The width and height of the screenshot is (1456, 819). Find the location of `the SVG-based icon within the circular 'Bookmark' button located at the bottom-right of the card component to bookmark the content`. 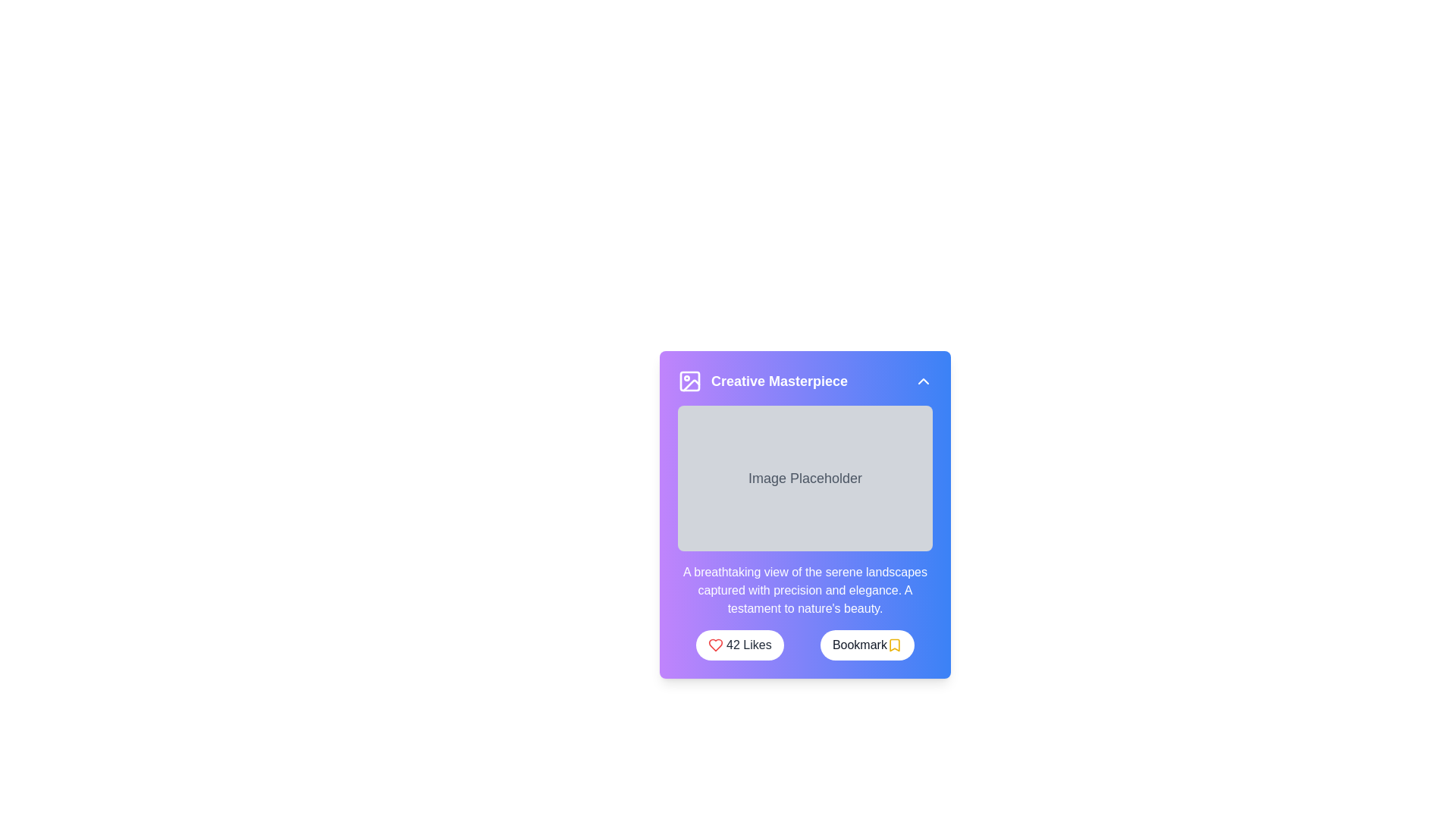

the SVG-based icon within the circular 'Bookmark' button located at the bottom-right of the card component to bookmark the content is located at coordinates (894, 645).